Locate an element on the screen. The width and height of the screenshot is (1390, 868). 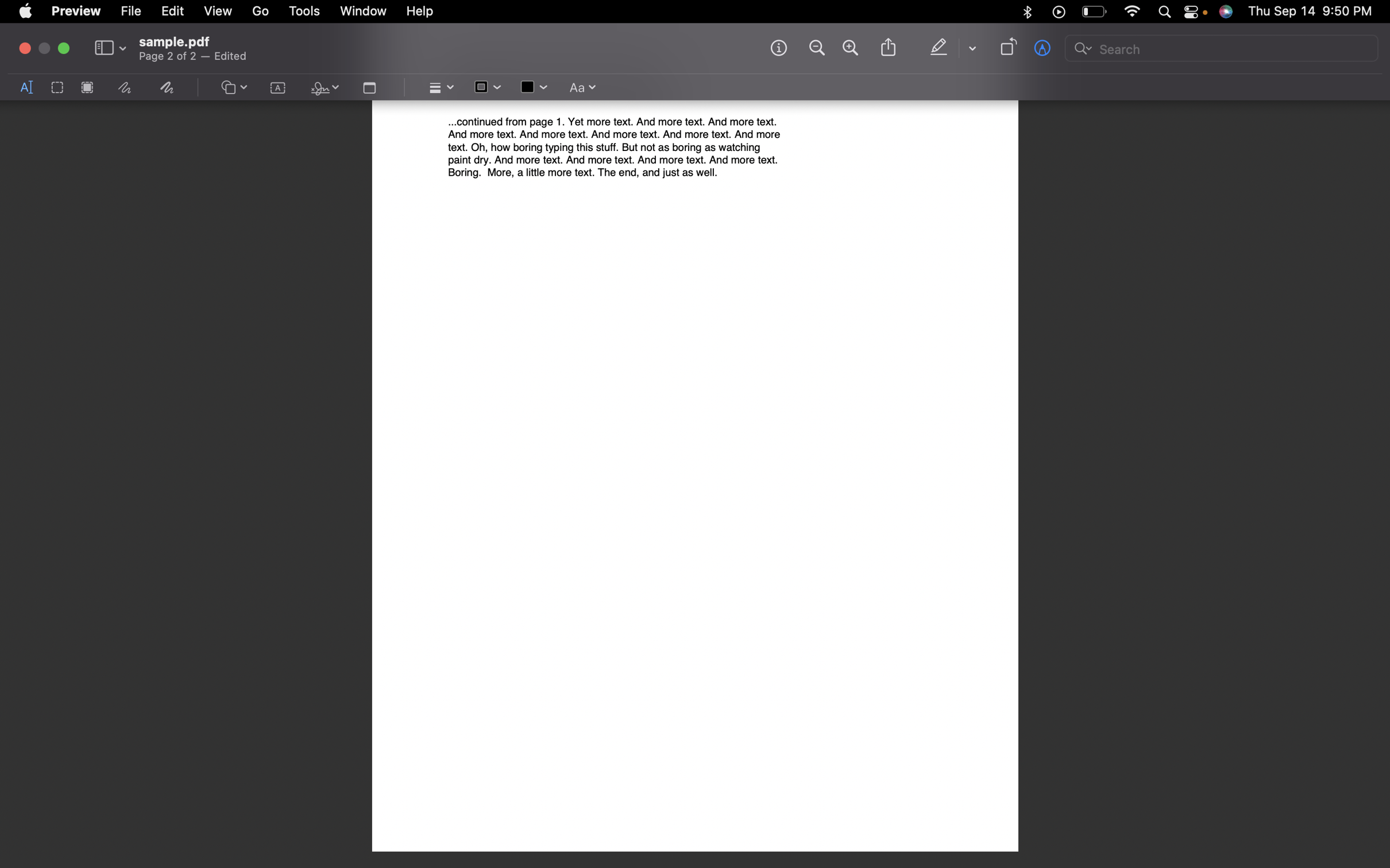
Opt for the feature to sketch geometrical figures on the monitor is located at coordinates (233, 88).